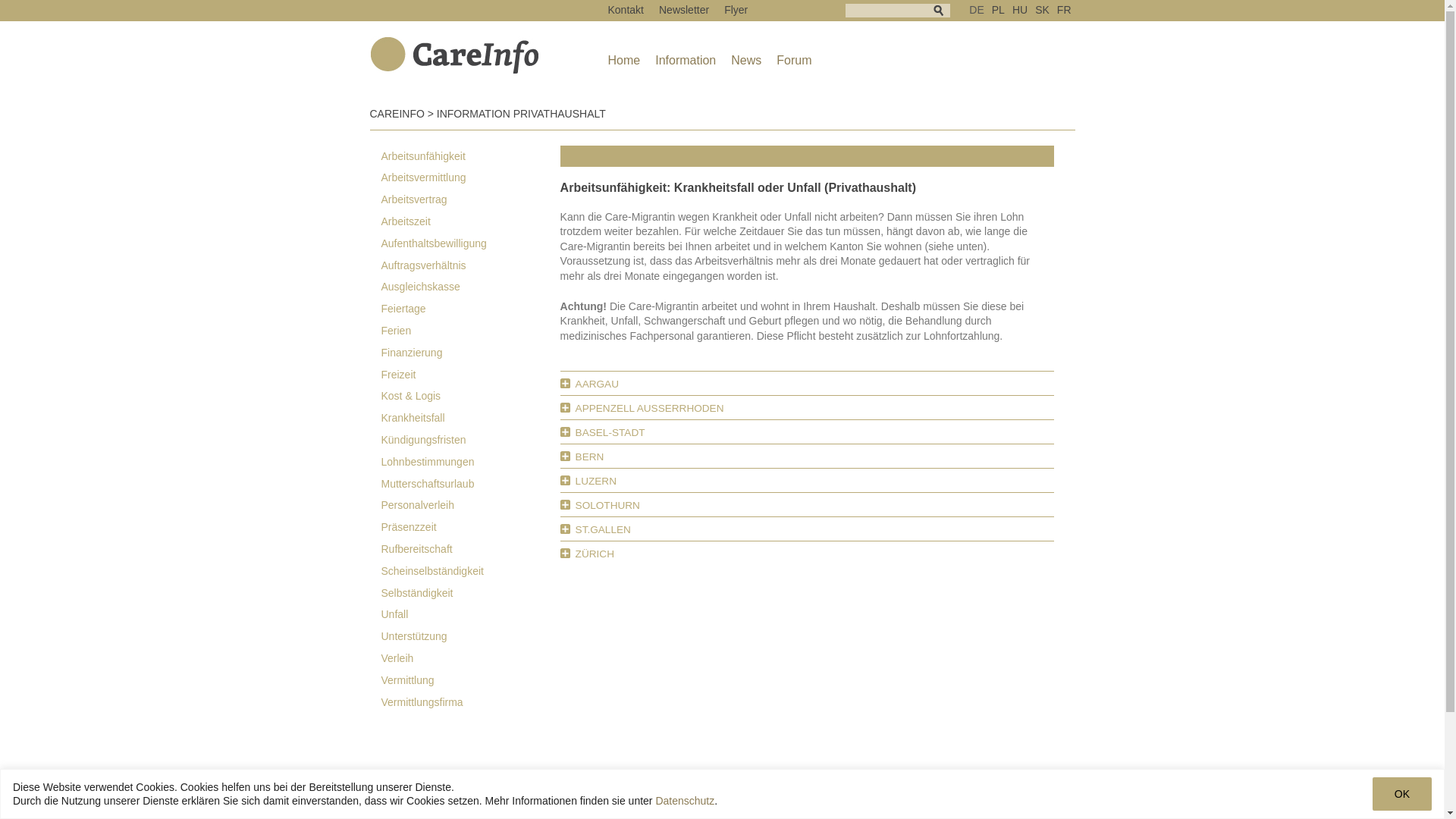  What do you see at coordinates (1041, 9) in the screenshot?
I see `'SK'` at bounding box center [1041, 9].